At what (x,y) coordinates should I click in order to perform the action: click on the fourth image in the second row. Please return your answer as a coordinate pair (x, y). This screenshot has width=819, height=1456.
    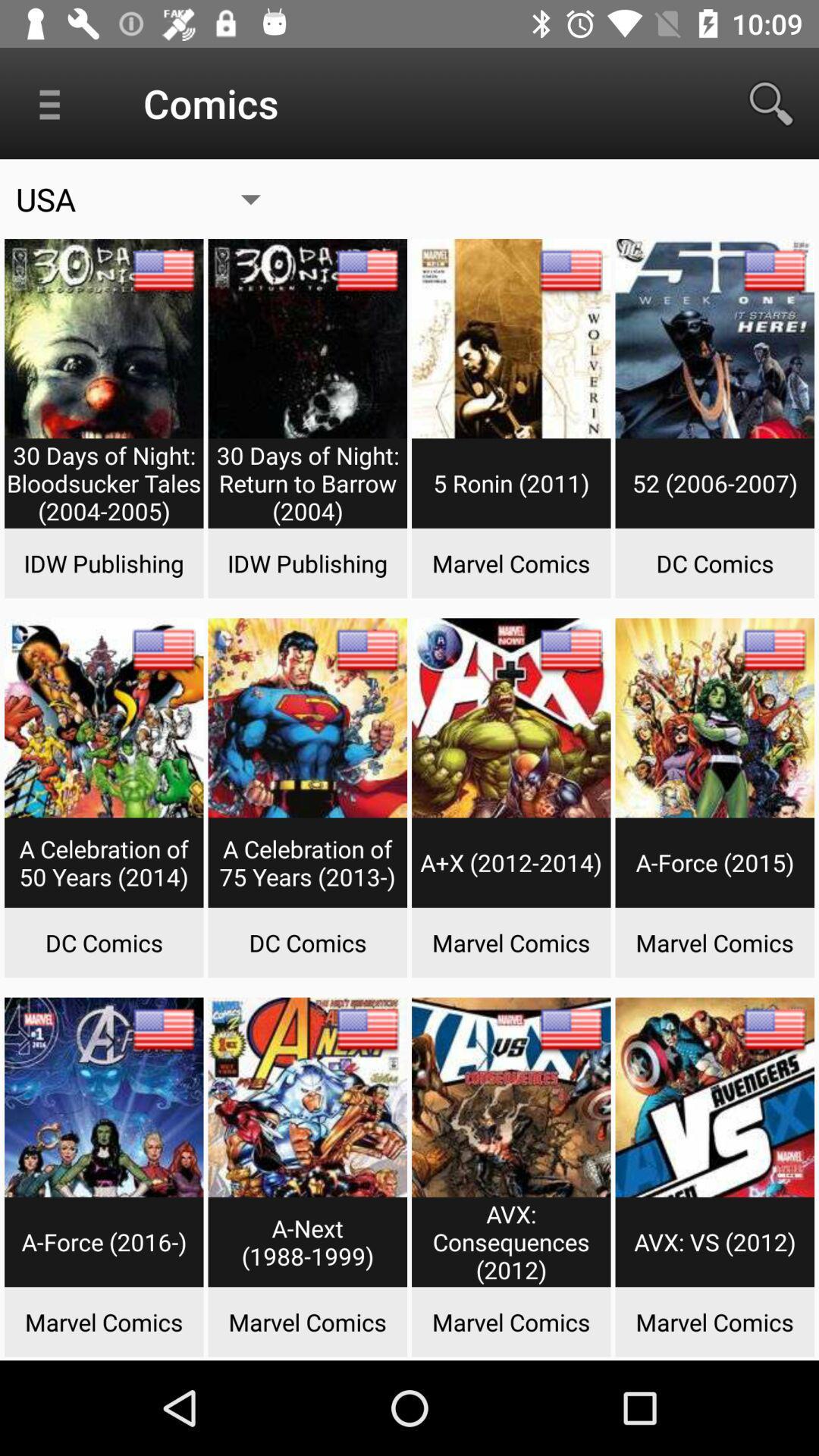
    Looking at the image, I should click on (714, 769).